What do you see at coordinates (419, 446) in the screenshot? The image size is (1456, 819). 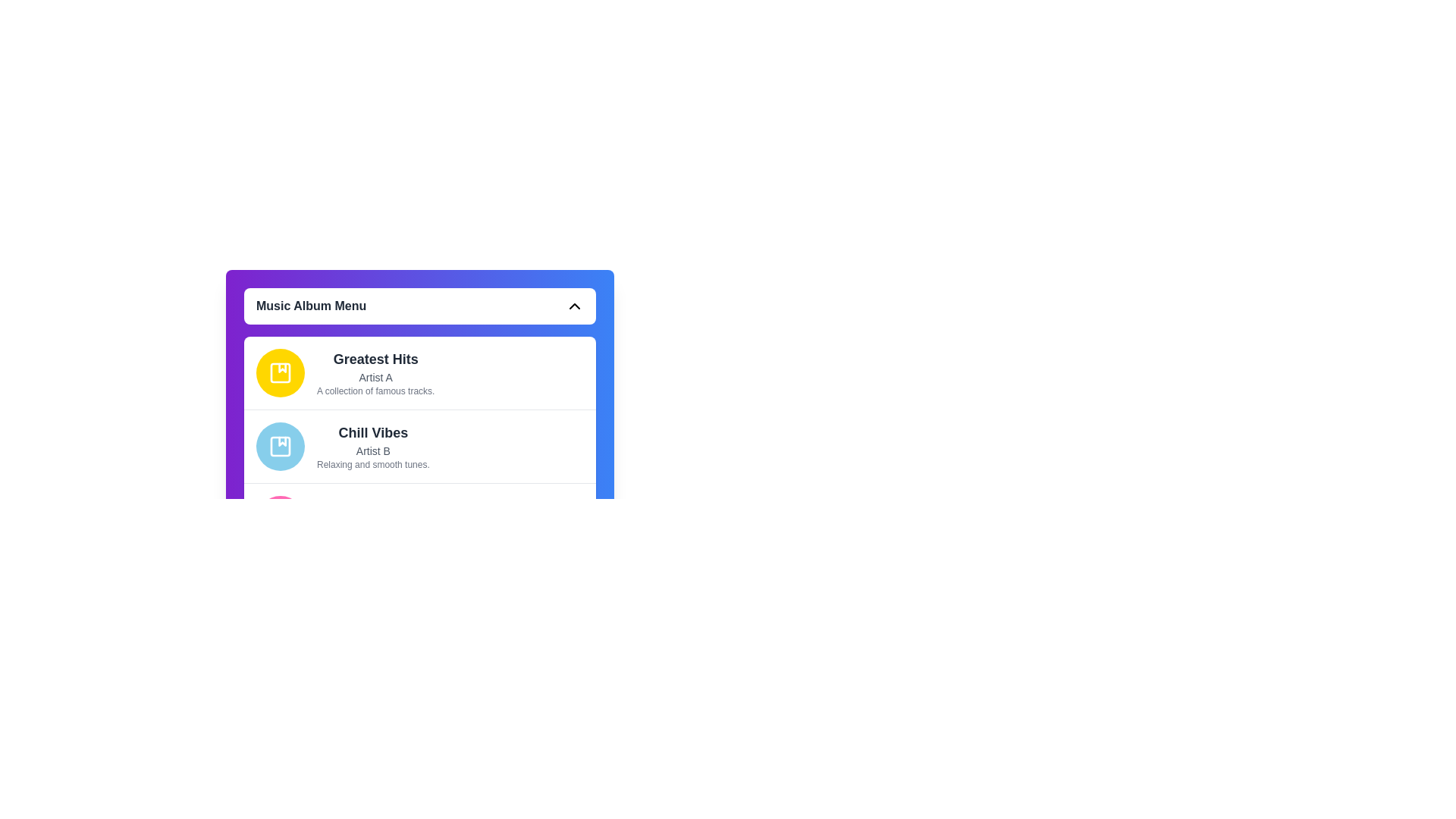 I see `the album Chill Vibes from the list` at bounding box center [419, 446].